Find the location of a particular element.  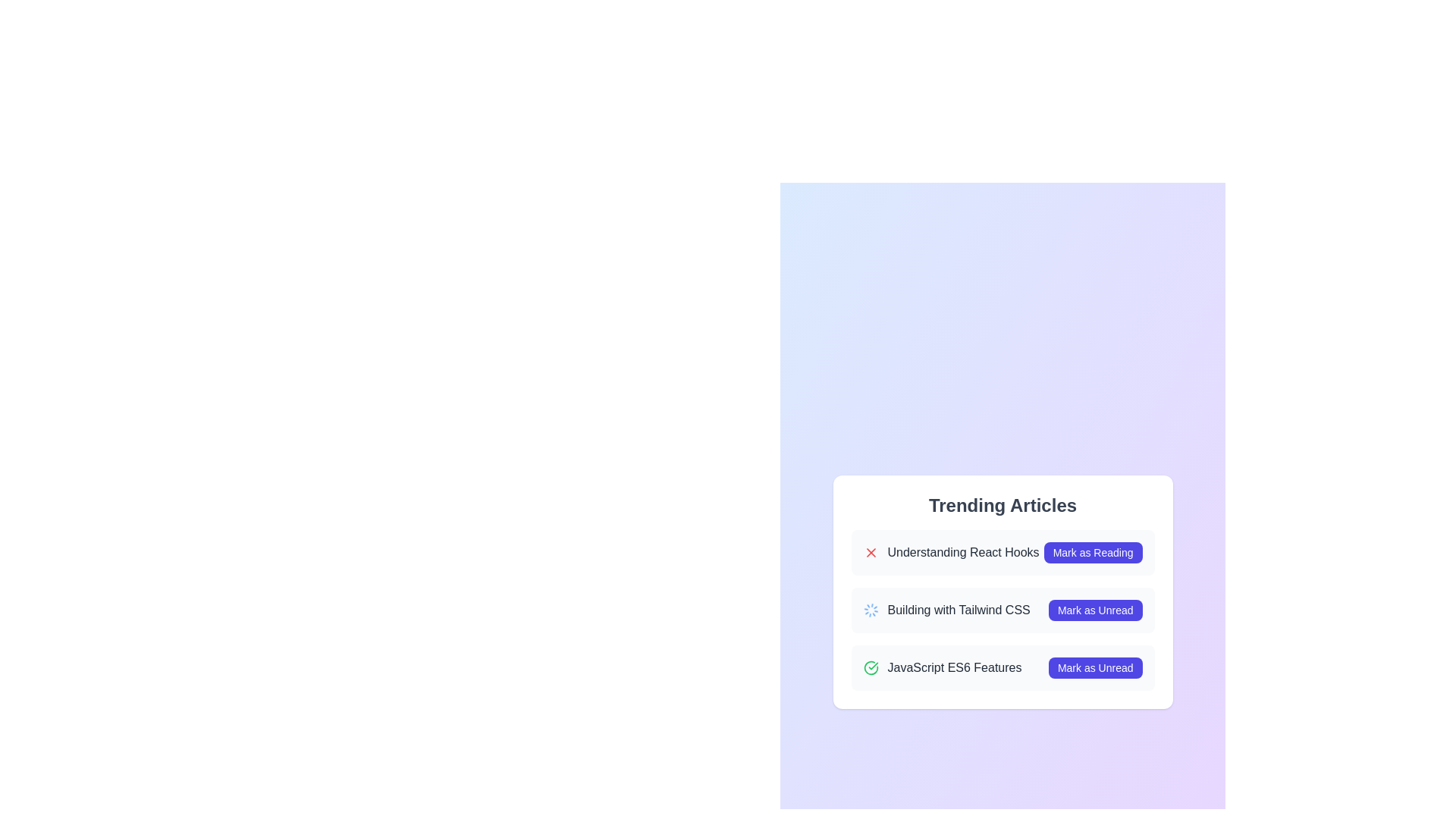

the label displaying 'JavaScript ES6 Features' with a green circular checkmark icon, which is the third item under the 'Trending Articles' heading is located at coordinates (942, 667).